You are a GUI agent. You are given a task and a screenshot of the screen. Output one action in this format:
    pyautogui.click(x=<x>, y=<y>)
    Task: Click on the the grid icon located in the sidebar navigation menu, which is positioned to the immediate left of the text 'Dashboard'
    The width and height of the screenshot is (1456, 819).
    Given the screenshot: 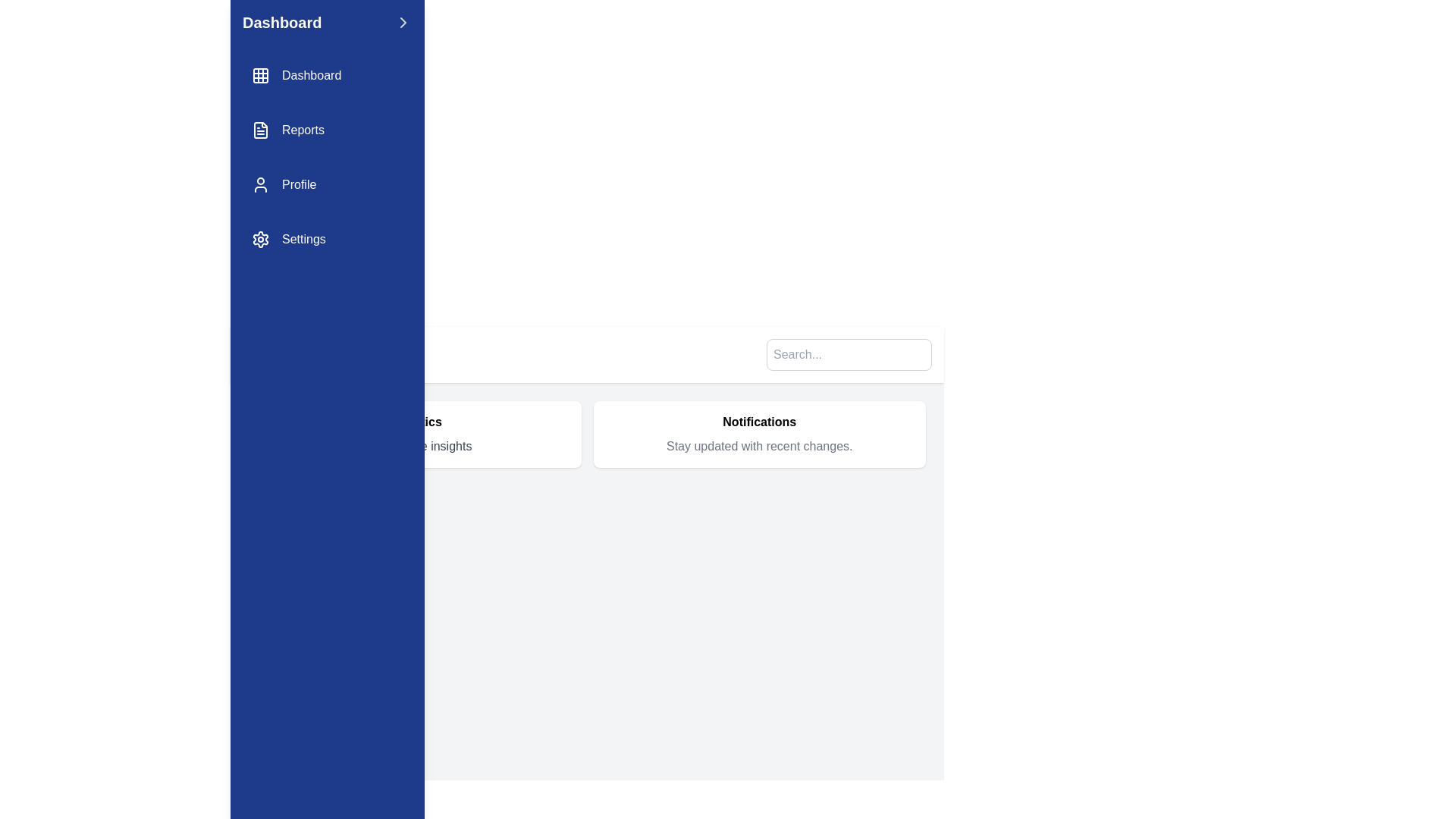 What is the action you would take?
    pyautogui.click(x=261, y=76)
    